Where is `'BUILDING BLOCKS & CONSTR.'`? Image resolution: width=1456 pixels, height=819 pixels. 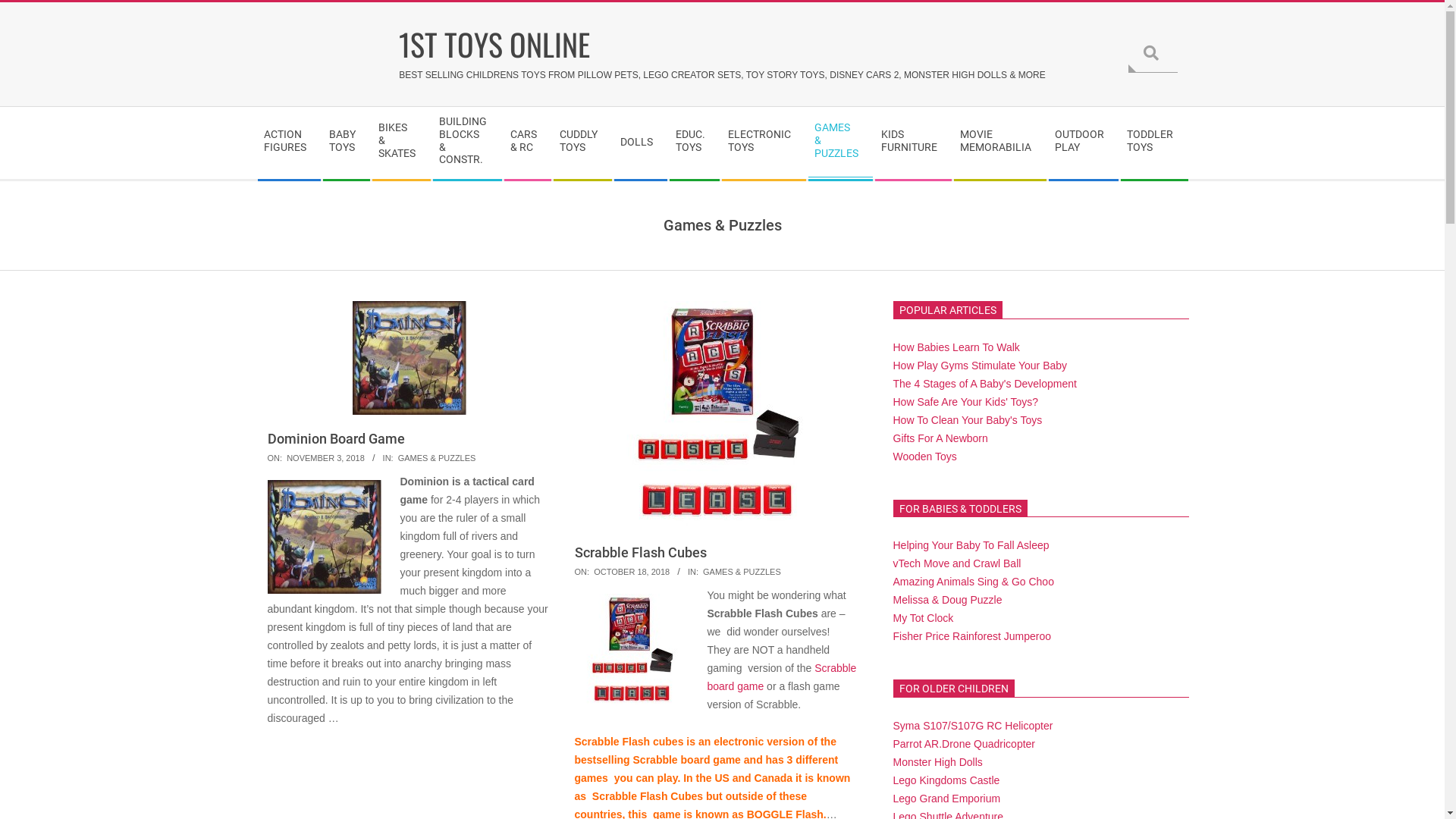
'BUILDING BLOCKS & CONSTR.' is located at coordinates (466, 143).